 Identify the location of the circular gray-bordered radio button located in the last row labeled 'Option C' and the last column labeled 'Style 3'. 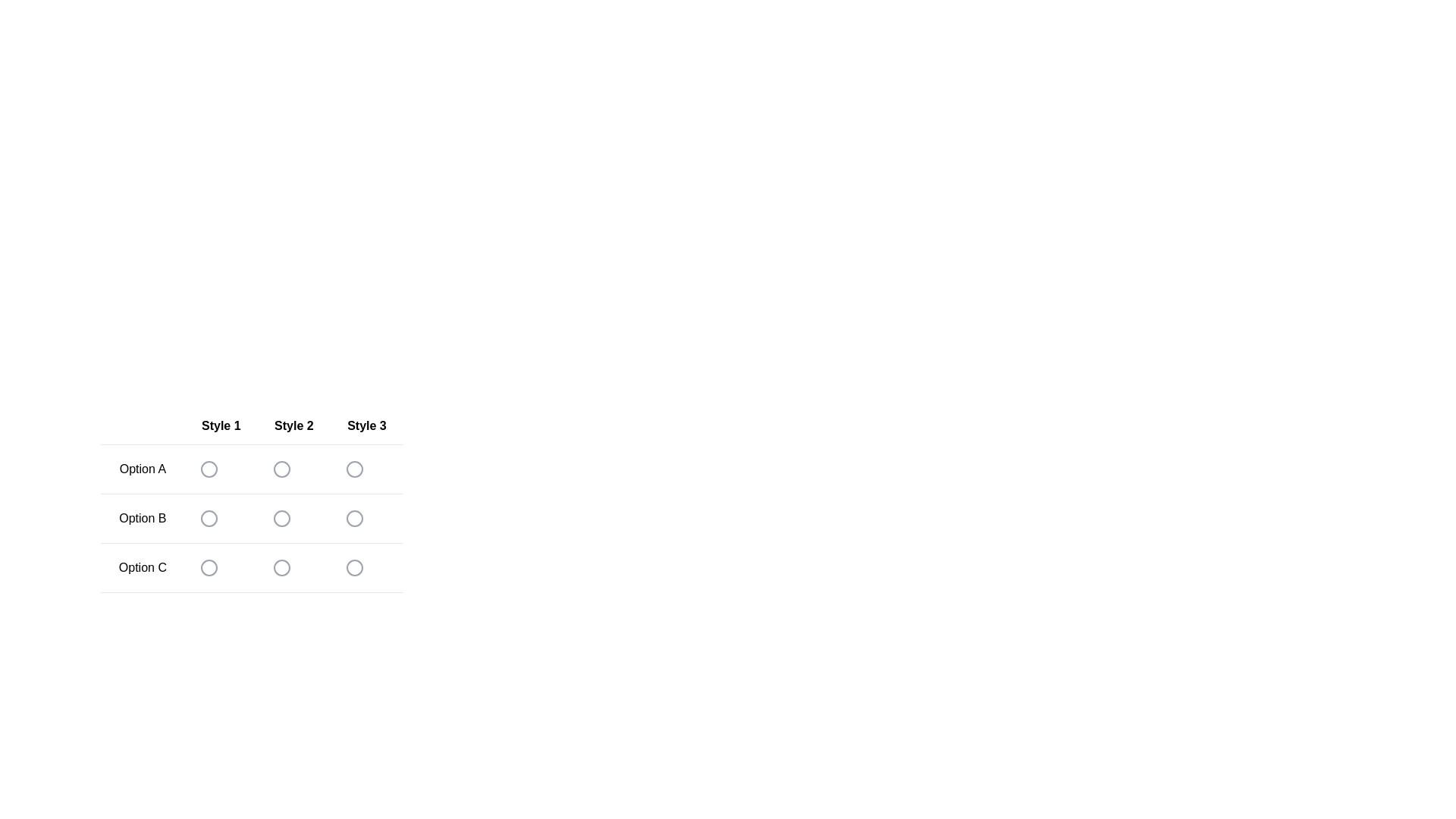
(353, 567).